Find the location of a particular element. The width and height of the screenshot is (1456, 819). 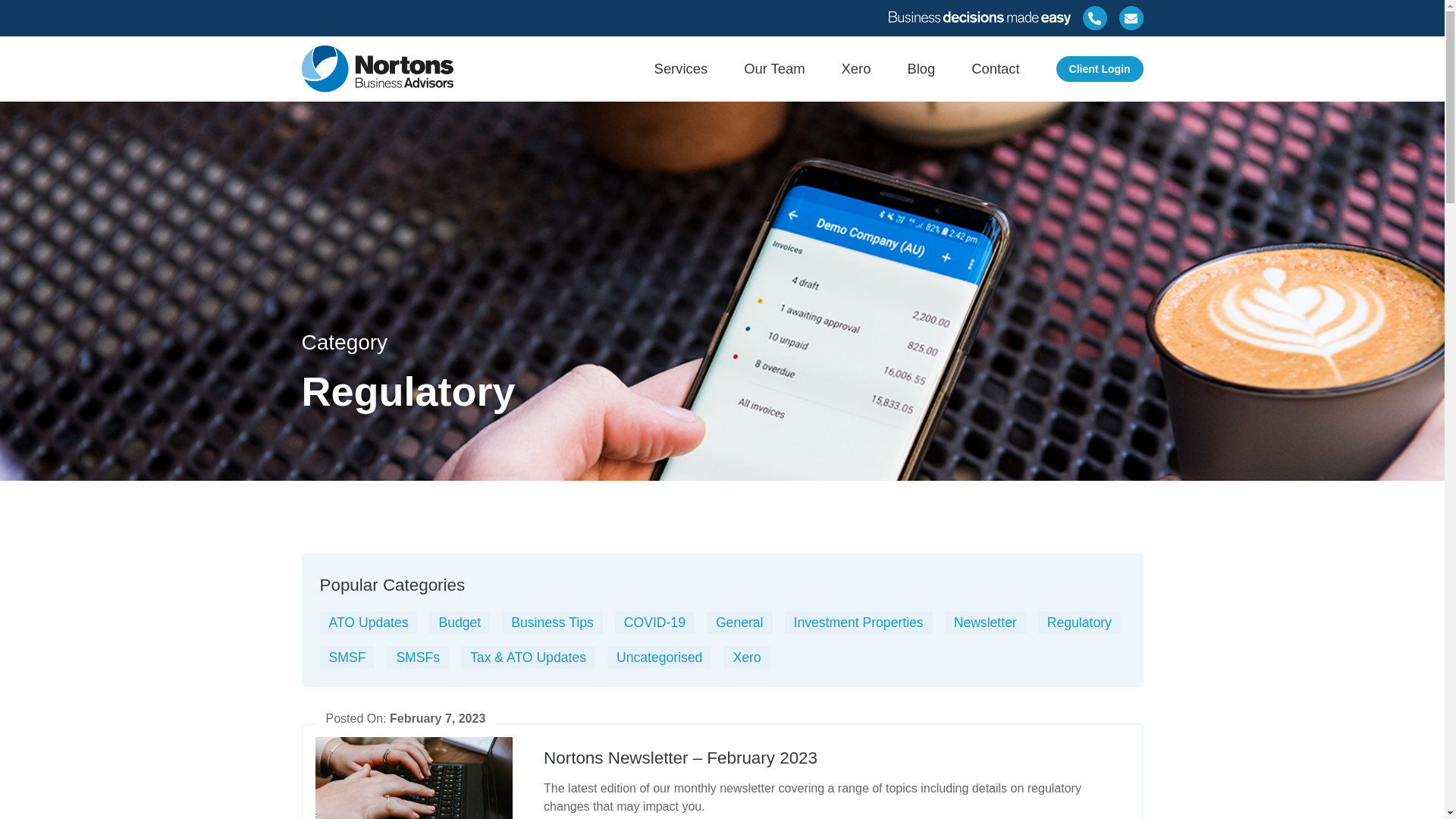

'Our Team' is located at coordinates (774, 68).